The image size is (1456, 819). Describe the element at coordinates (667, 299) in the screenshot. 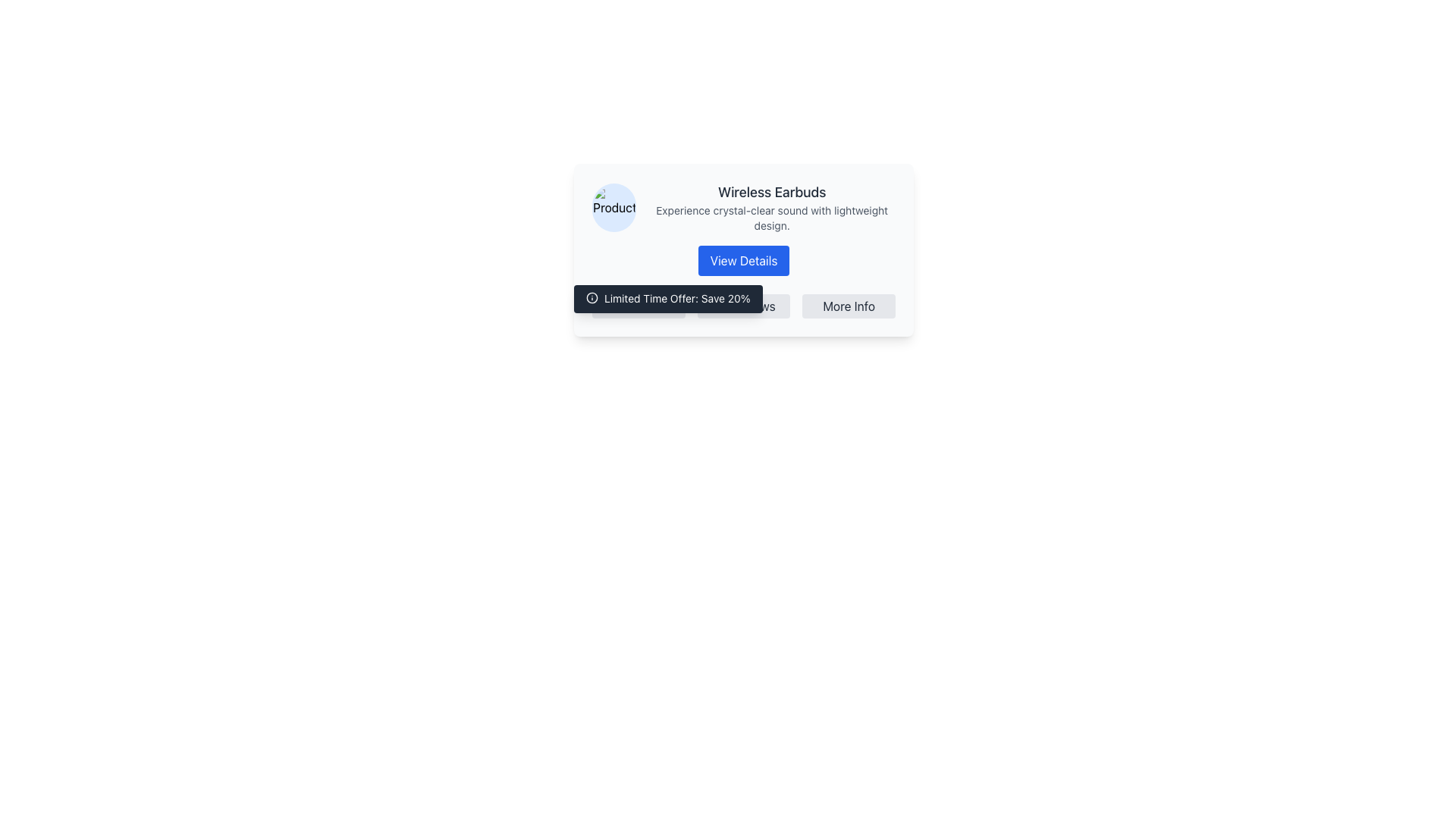

I see `the Informational notification box displaying 'Limited Time Offer: Save 20%'` at that location.